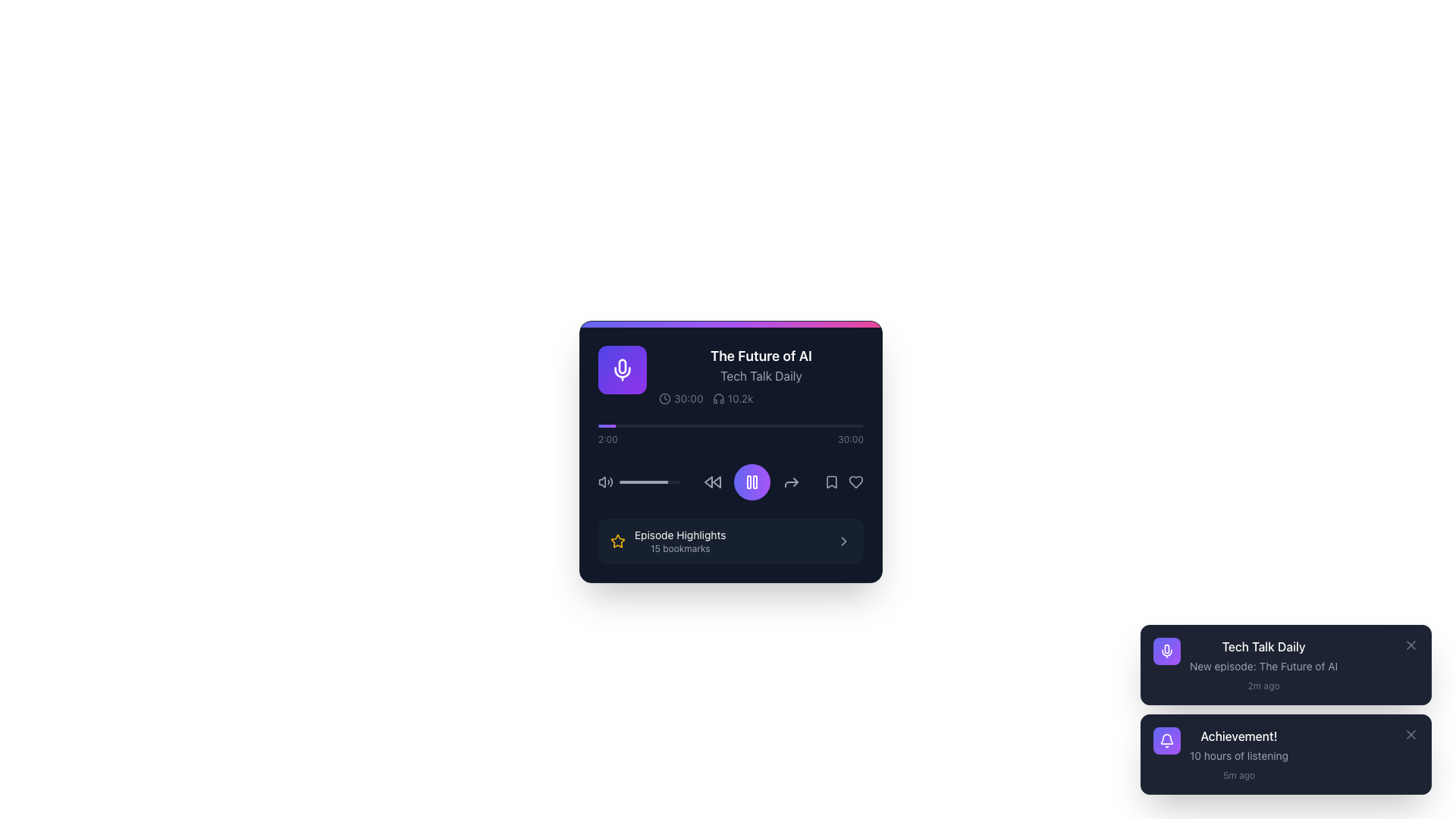 This screenshot has width=1456, height=819. What do you see at coordinates (1303, 664) in the screenshot?
I see `the notification card titled 'Tech Talk Daily', which includes a description of a new episode and a timestamp, positioned in a notification list` at bounding box center [1303, 664].